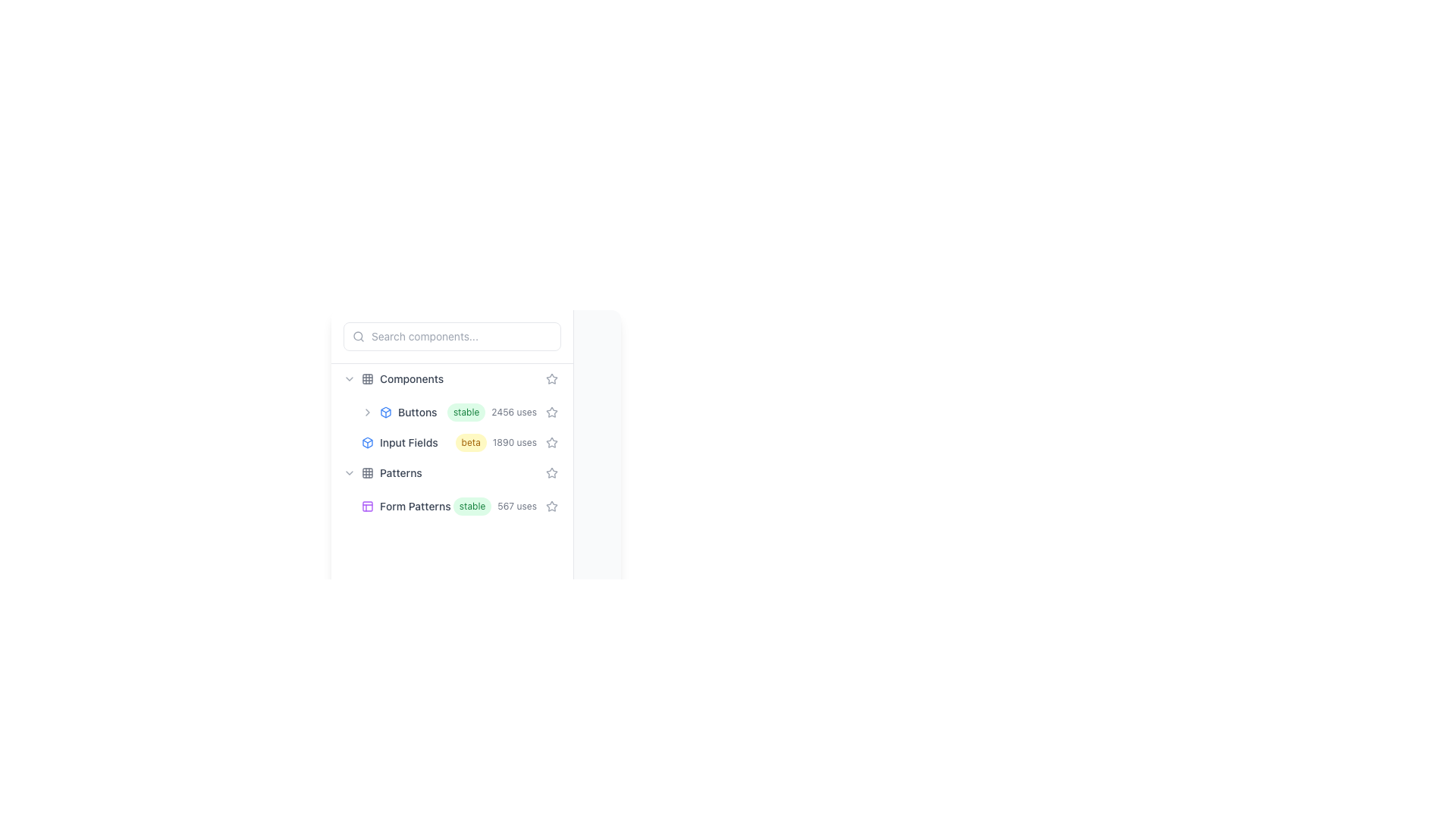 The height and width of the screenshot is (819, 1456). What do you see at coordinates (472, 506) in the screenshot?
I see `the stability status label that indicates the item or feature as 'stable', located to the right of 'Form Patterns' and horizontally aligned with '567 uses'` at bounding box center [472, 506].